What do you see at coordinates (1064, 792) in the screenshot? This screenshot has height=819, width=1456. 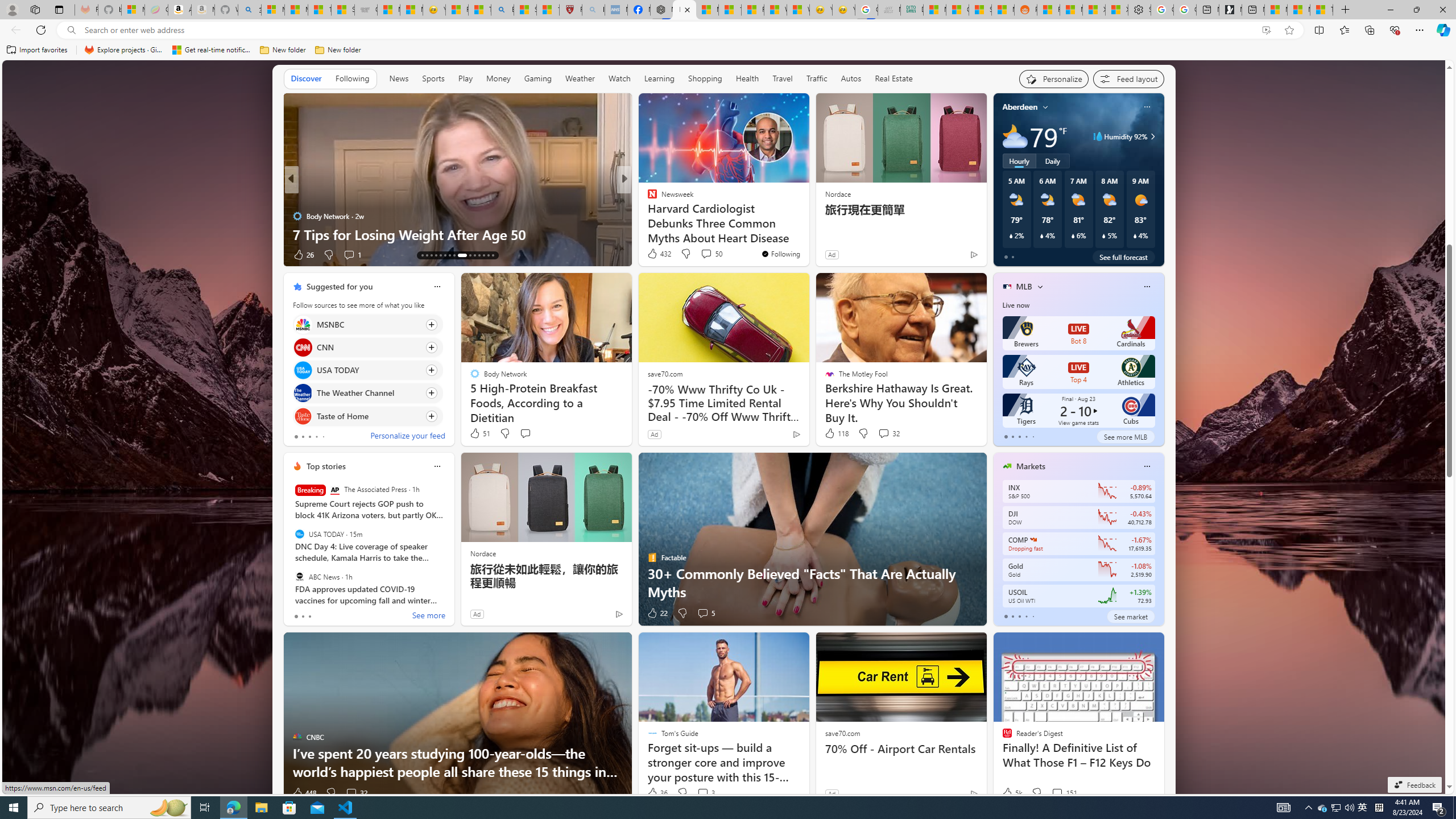 I see `'View comments 151 Comment'` at bounding box center [1064, 792].